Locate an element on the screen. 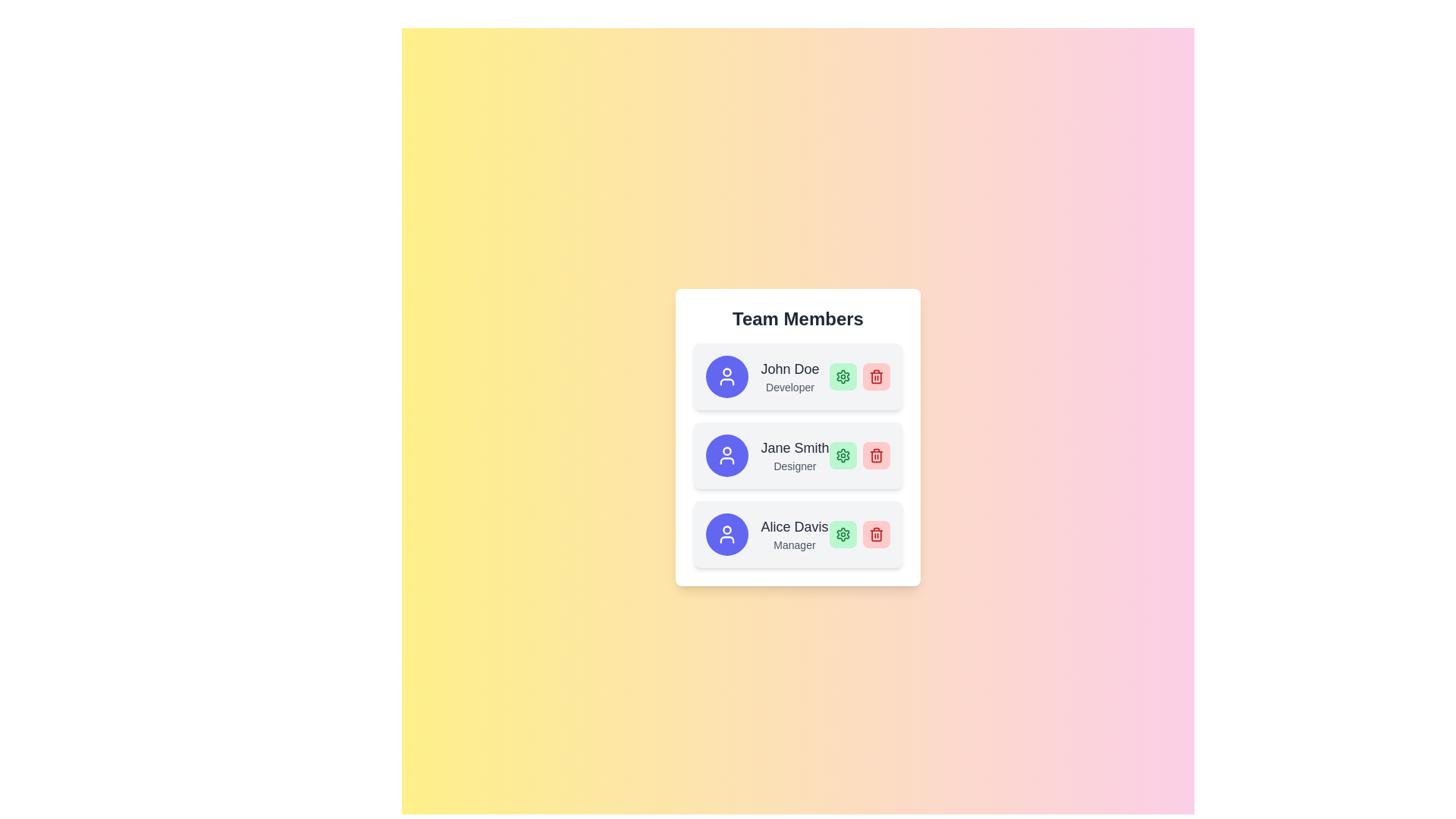 Image resolution: width=1456 pixels, height=819 pixels. the text label displaying 'John Doe', which is styled in a bold, dark font and larger than the text 'Developer', located at the top-center of a card-like layout is located at coordinates (789, 369).